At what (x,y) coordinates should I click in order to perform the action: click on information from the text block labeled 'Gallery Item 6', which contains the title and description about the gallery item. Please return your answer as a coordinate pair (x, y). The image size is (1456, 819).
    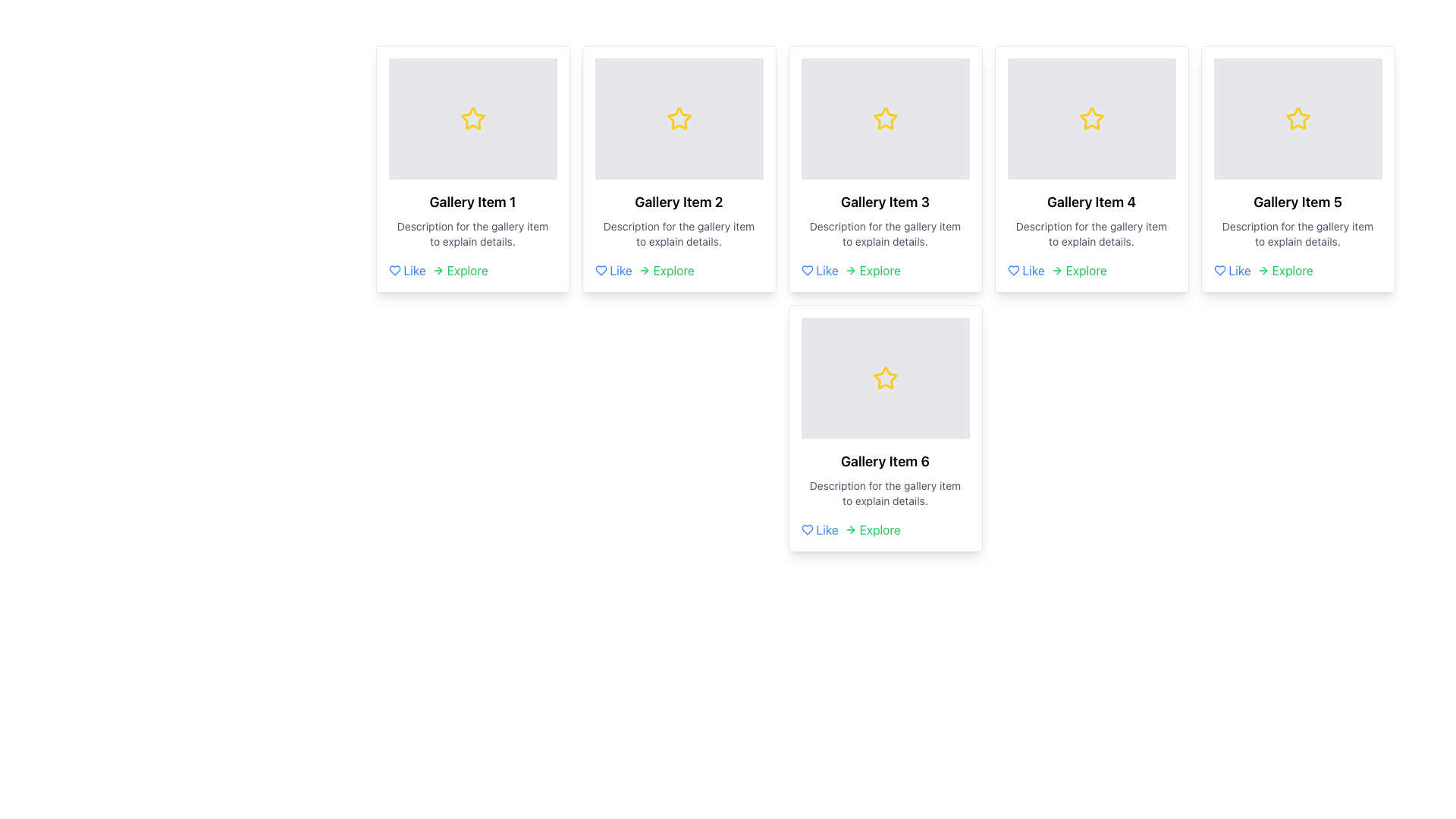
    Looking at the image, I should click on (885, 479).